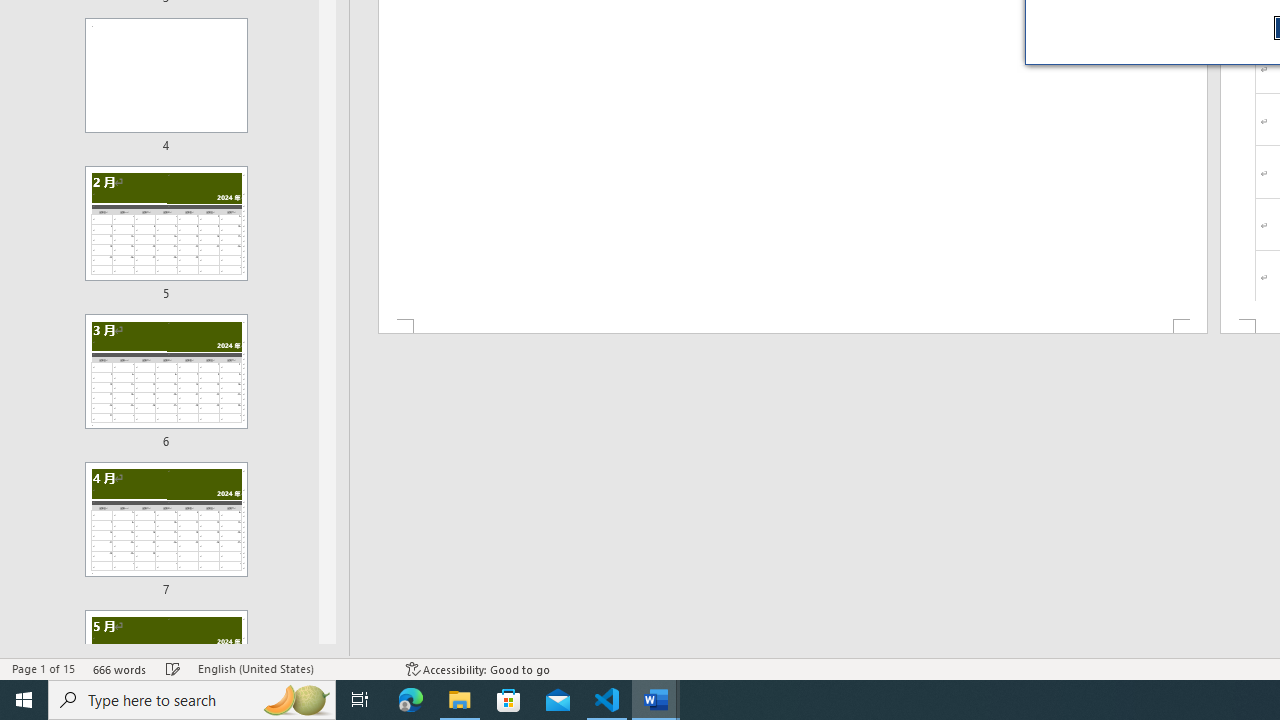 The width and height of the screenshot is (1280, 720). Describe the element at coordinates (43, 669) in the screenshot. I see `'Page Number Page 1 of 15'` at that location.